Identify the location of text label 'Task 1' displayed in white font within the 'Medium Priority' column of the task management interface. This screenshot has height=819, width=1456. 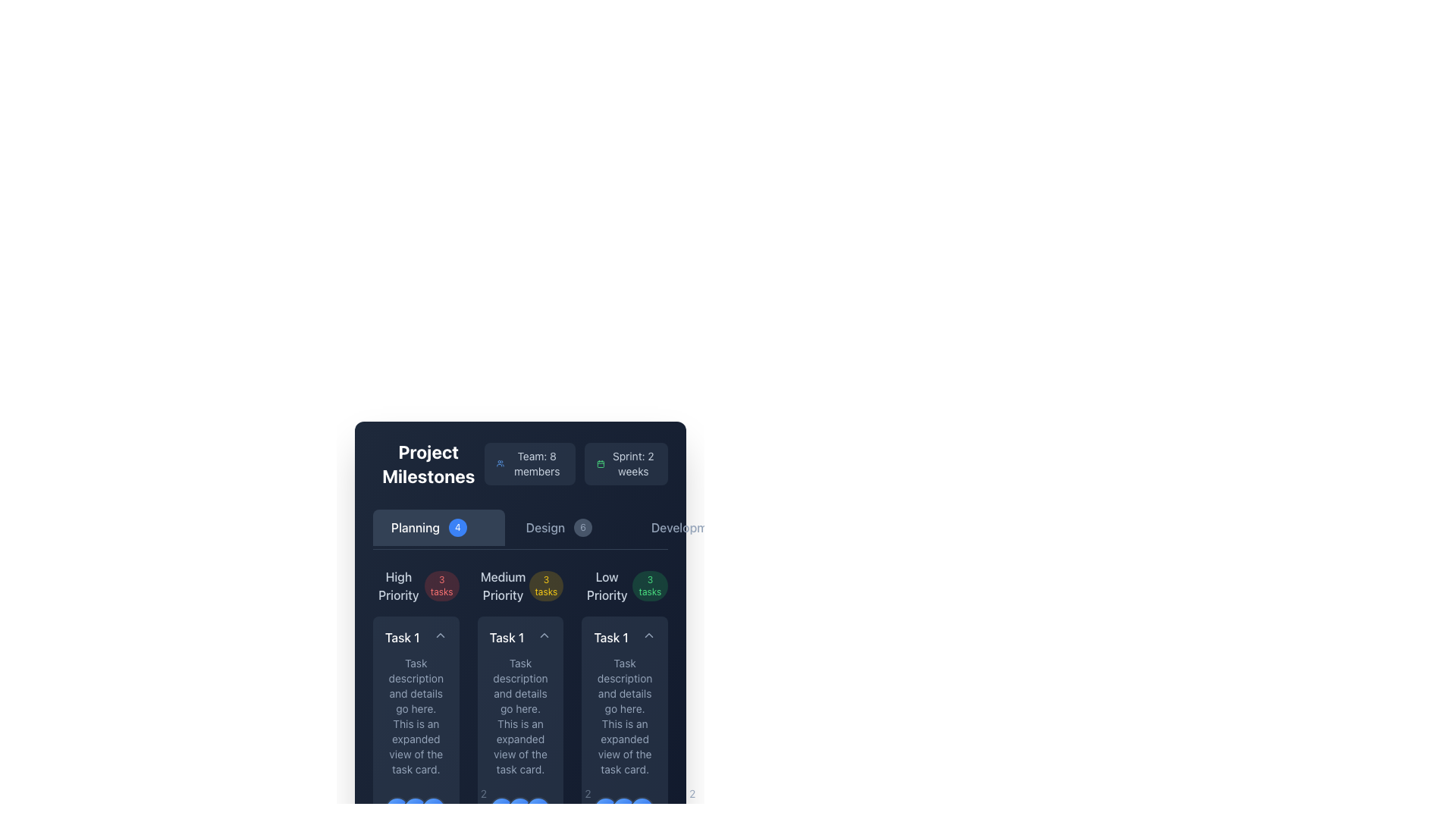
(507, 637).